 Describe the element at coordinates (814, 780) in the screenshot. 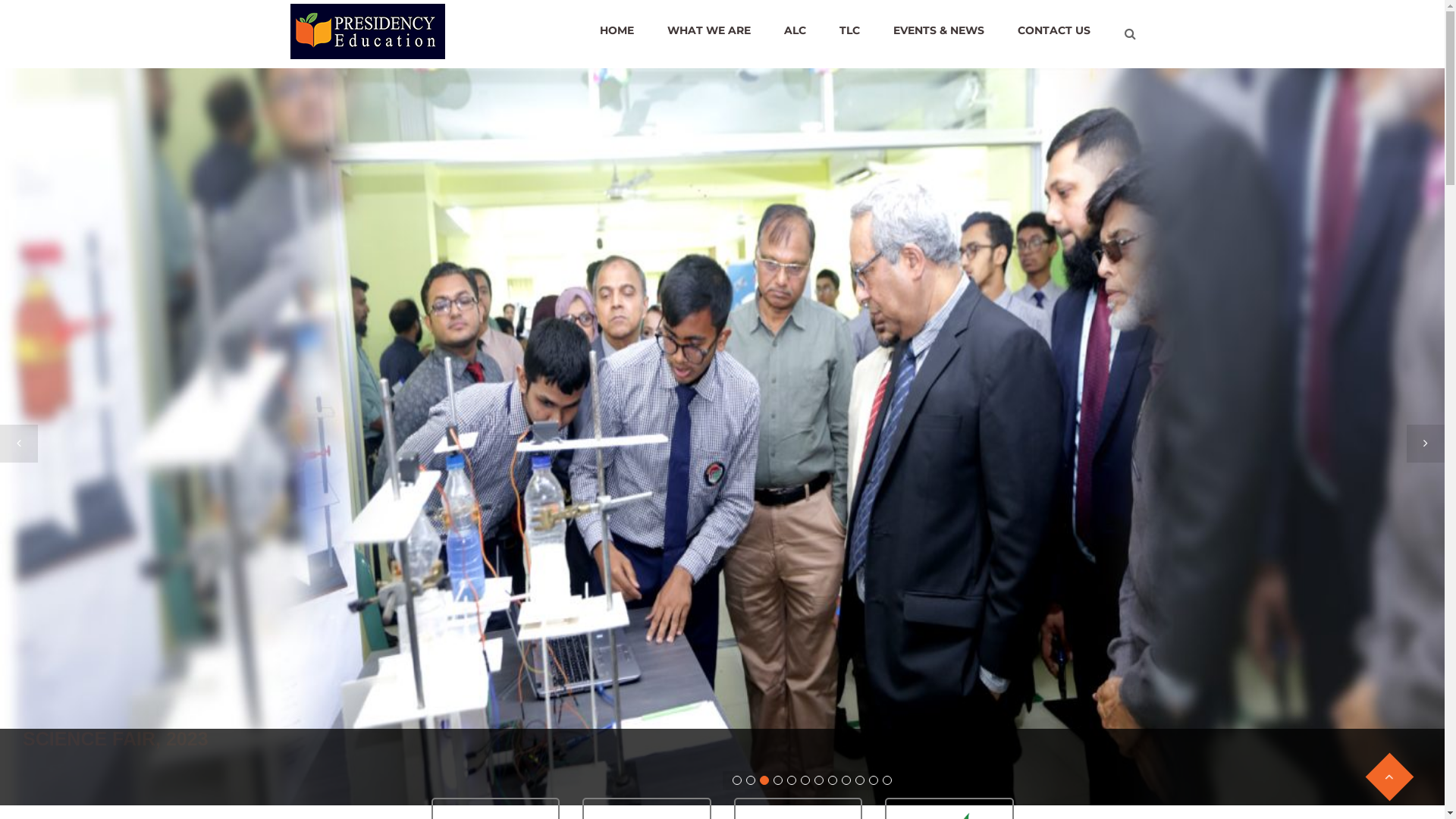

I see `'7'` at that location.